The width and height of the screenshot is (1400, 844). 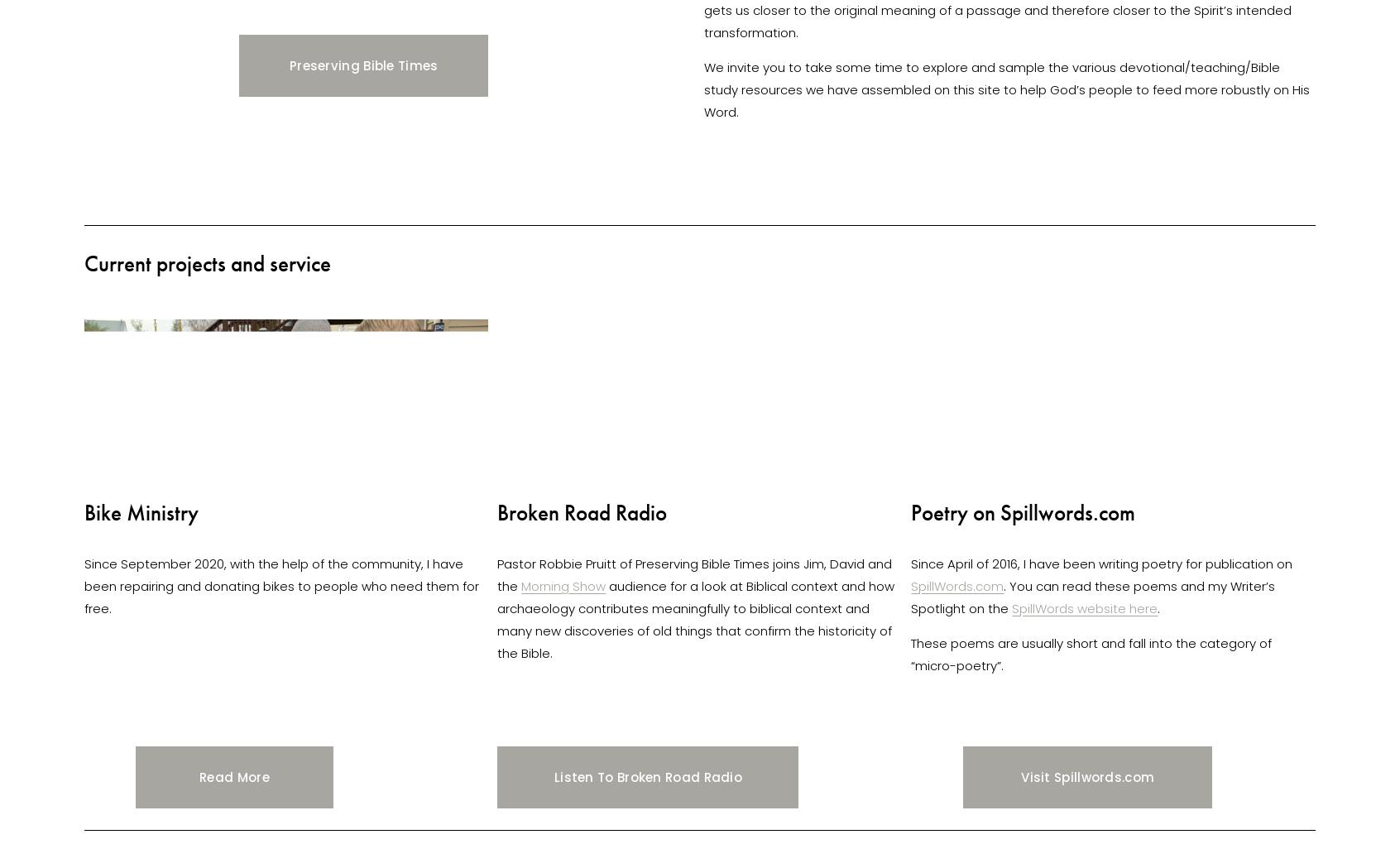 What do you see at coordinates (140, 511) in the screenshot?
I see `'Bike Ministry'` at bounding box center [140, 511].